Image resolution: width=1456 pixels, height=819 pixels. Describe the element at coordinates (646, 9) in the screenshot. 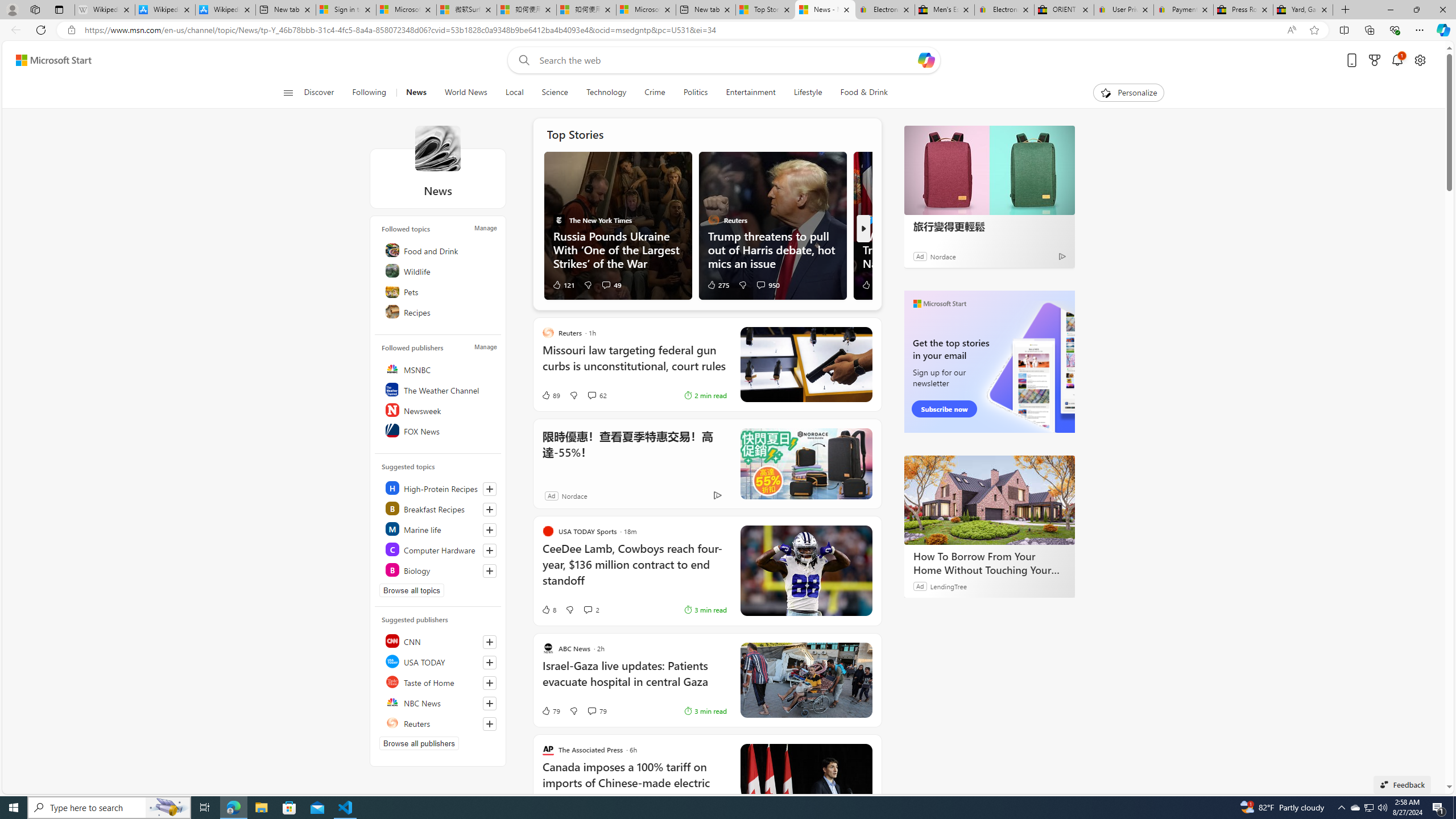

I see `'Microsoft account | Account Checkup'` at that location.